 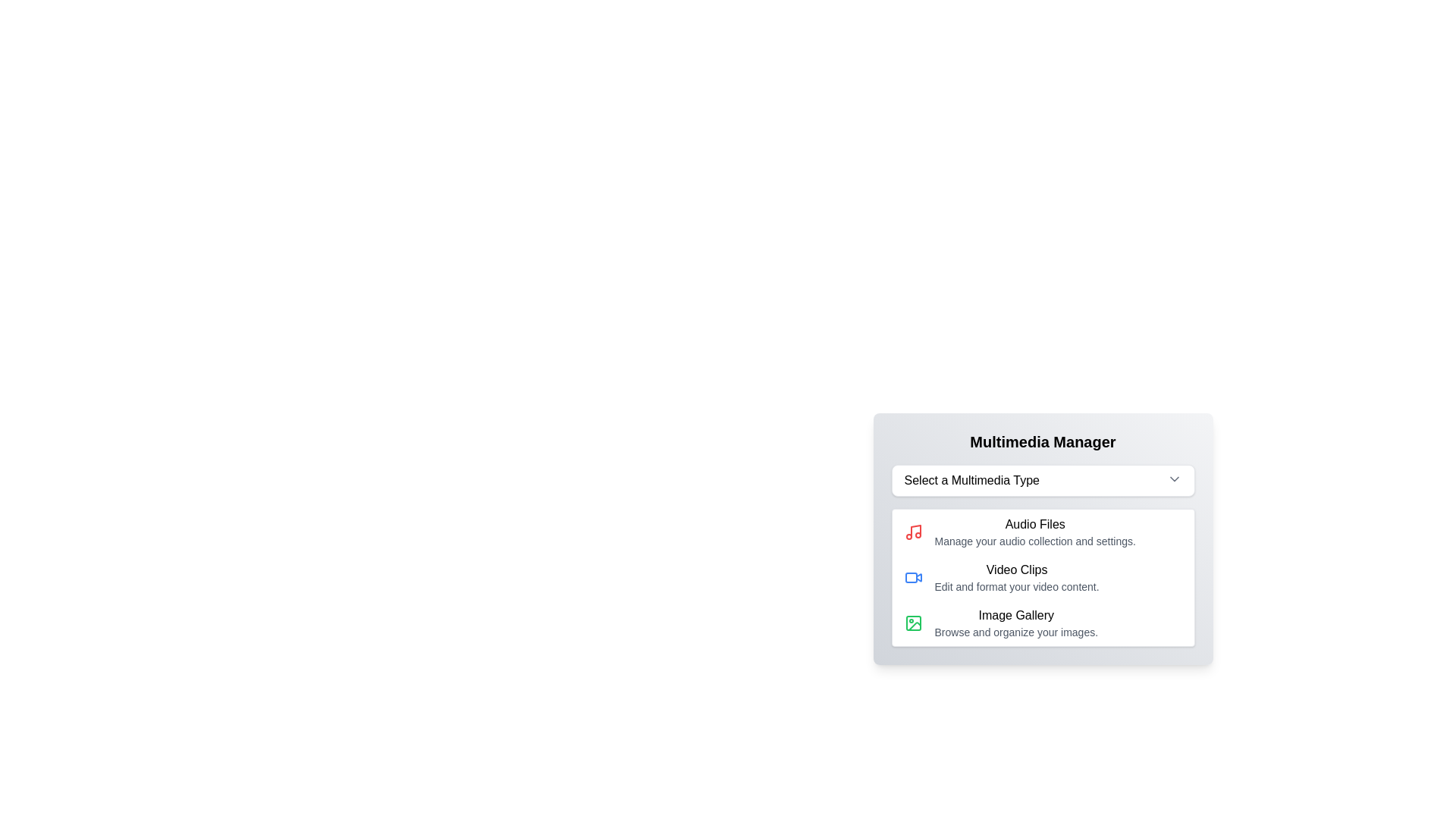 I want to click on the 'Video Clips' button in the Multimedia Manager panel, which features a blue video camera icon and a bolded headline 'Video Clips', so click(x=1042, y=578).